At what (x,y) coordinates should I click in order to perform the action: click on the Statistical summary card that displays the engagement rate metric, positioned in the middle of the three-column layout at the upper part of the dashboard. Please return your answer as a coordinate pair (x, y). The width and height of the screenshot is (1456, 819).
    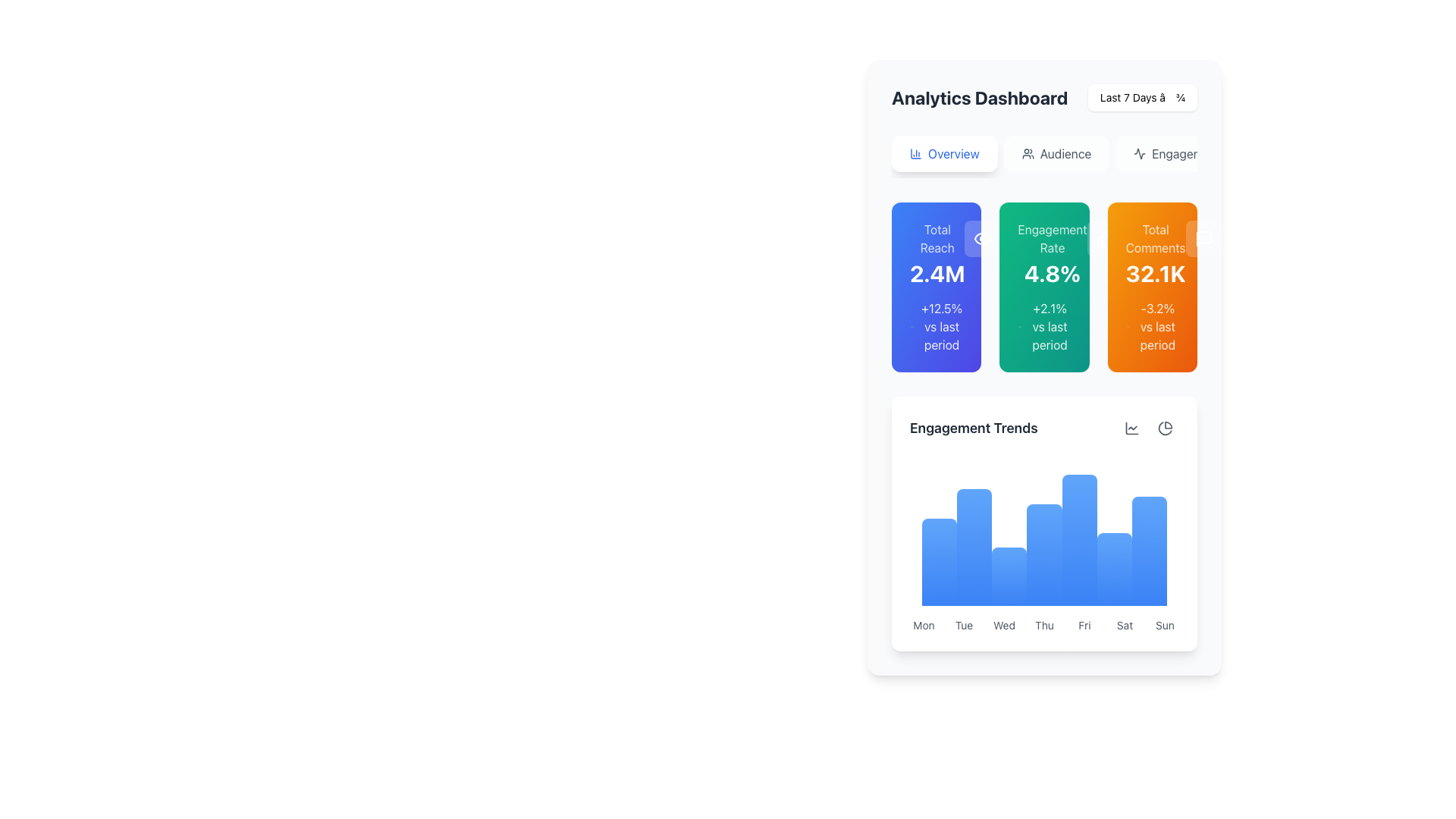
    Looking at the image, I should click on (1043, 287).